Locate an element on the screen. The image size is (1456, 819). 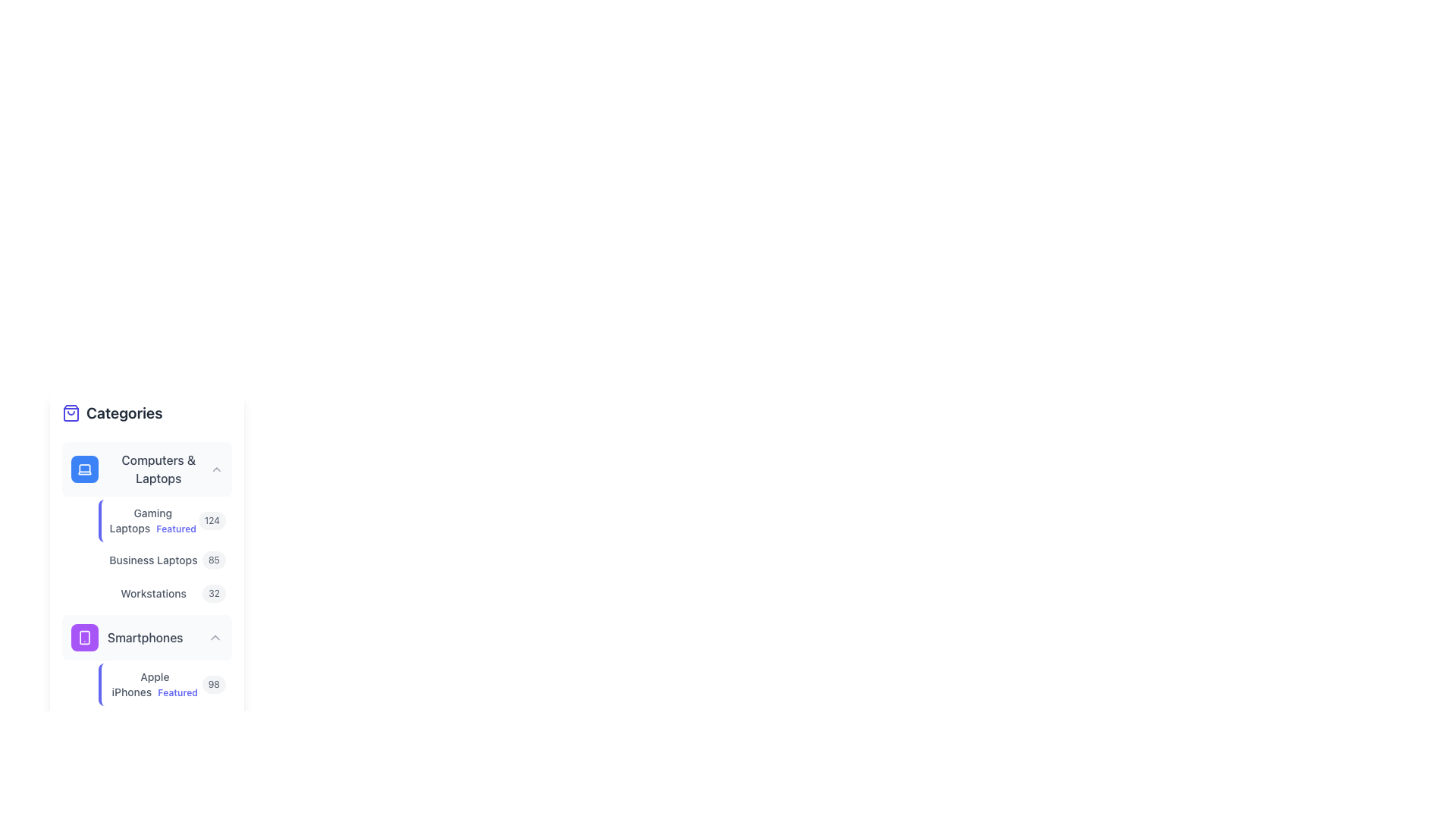
the text 'Apple iPhones' in the list item, which has a badge showing '98' and a blue 'Featured' indicator is located at coordinates (165, 684).